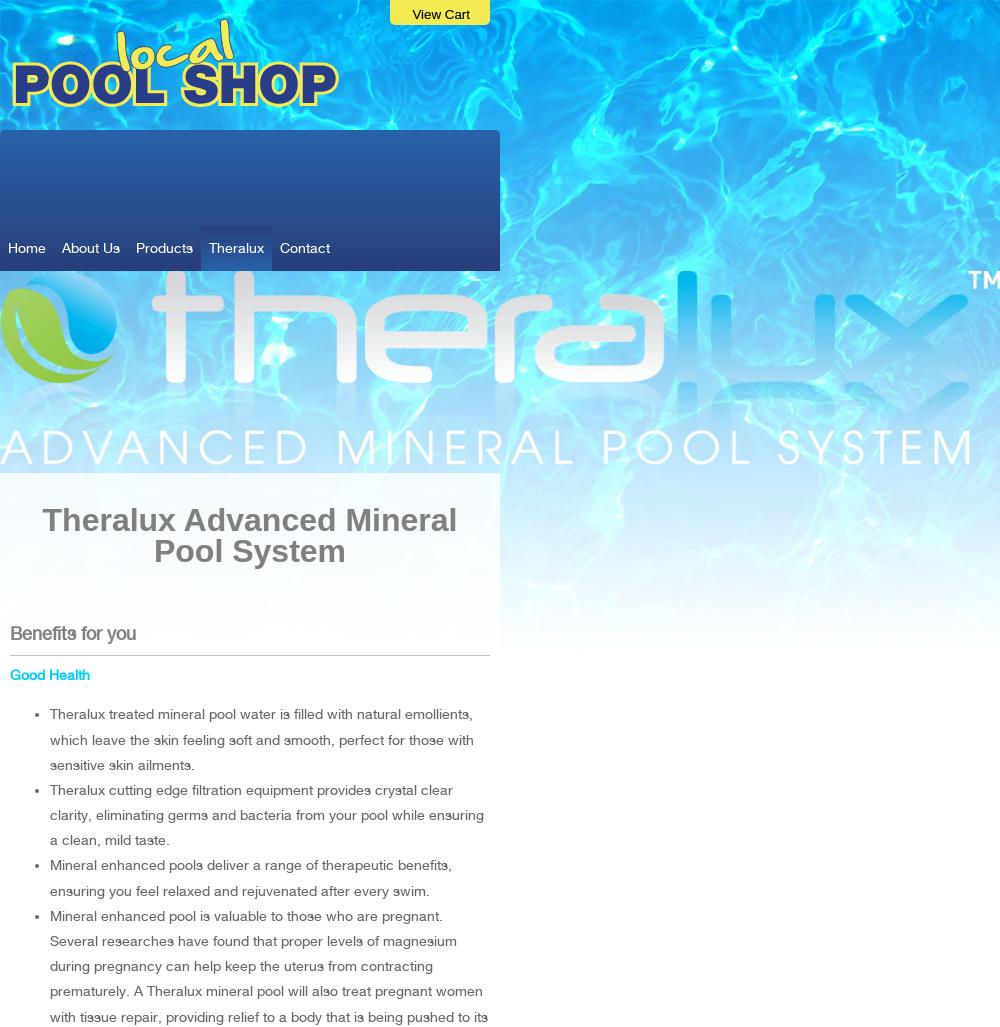 The height and width of the screenshot is (1027, 1000). What do you see at coordinates (235, 246) in the screenshot?
I see `'Theralux'` at bounding box center [235, 246].